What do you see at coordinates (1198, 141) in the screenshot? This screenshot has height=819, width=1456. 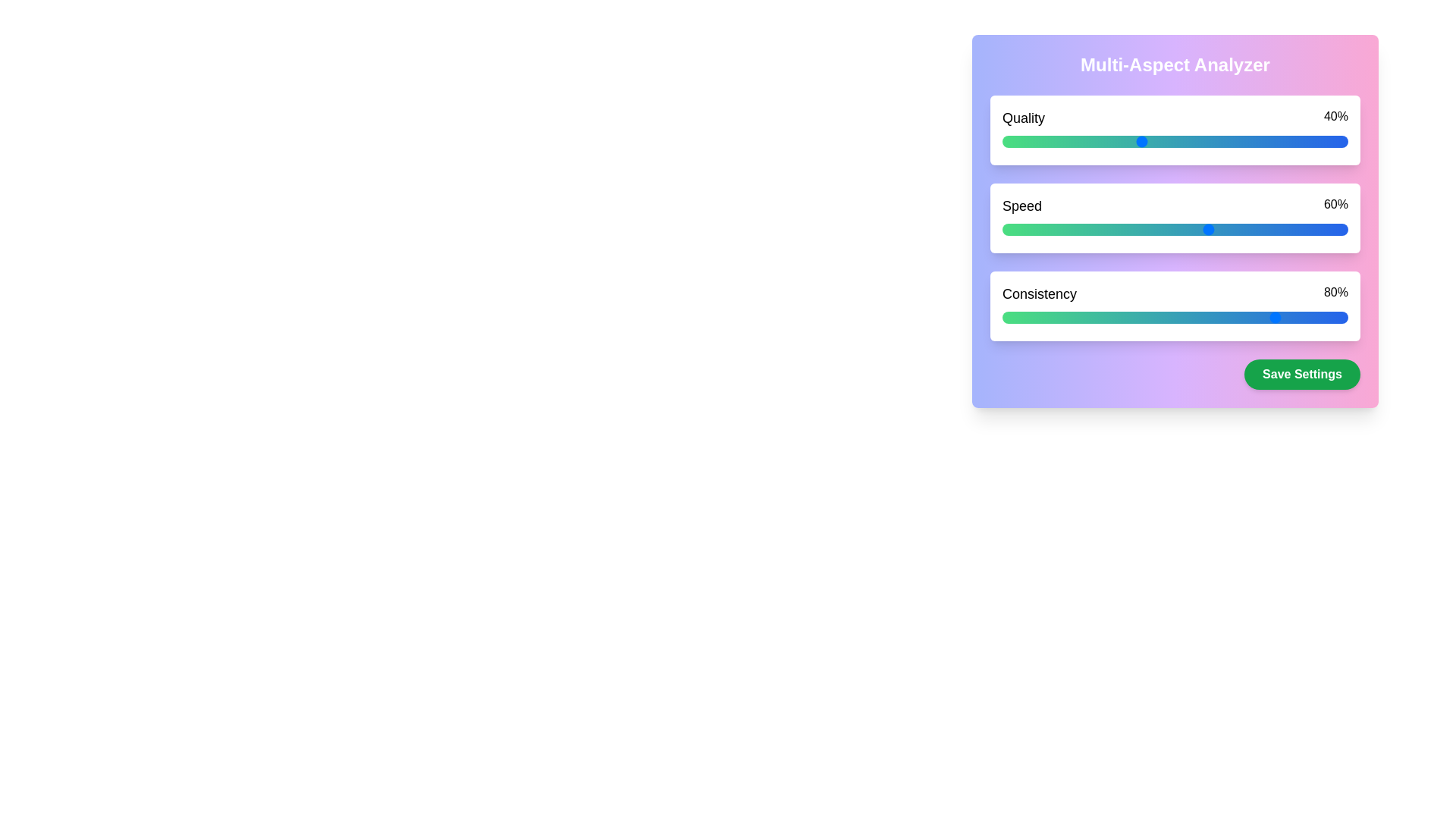 I see `quality` at bounding box center [1198, 141].